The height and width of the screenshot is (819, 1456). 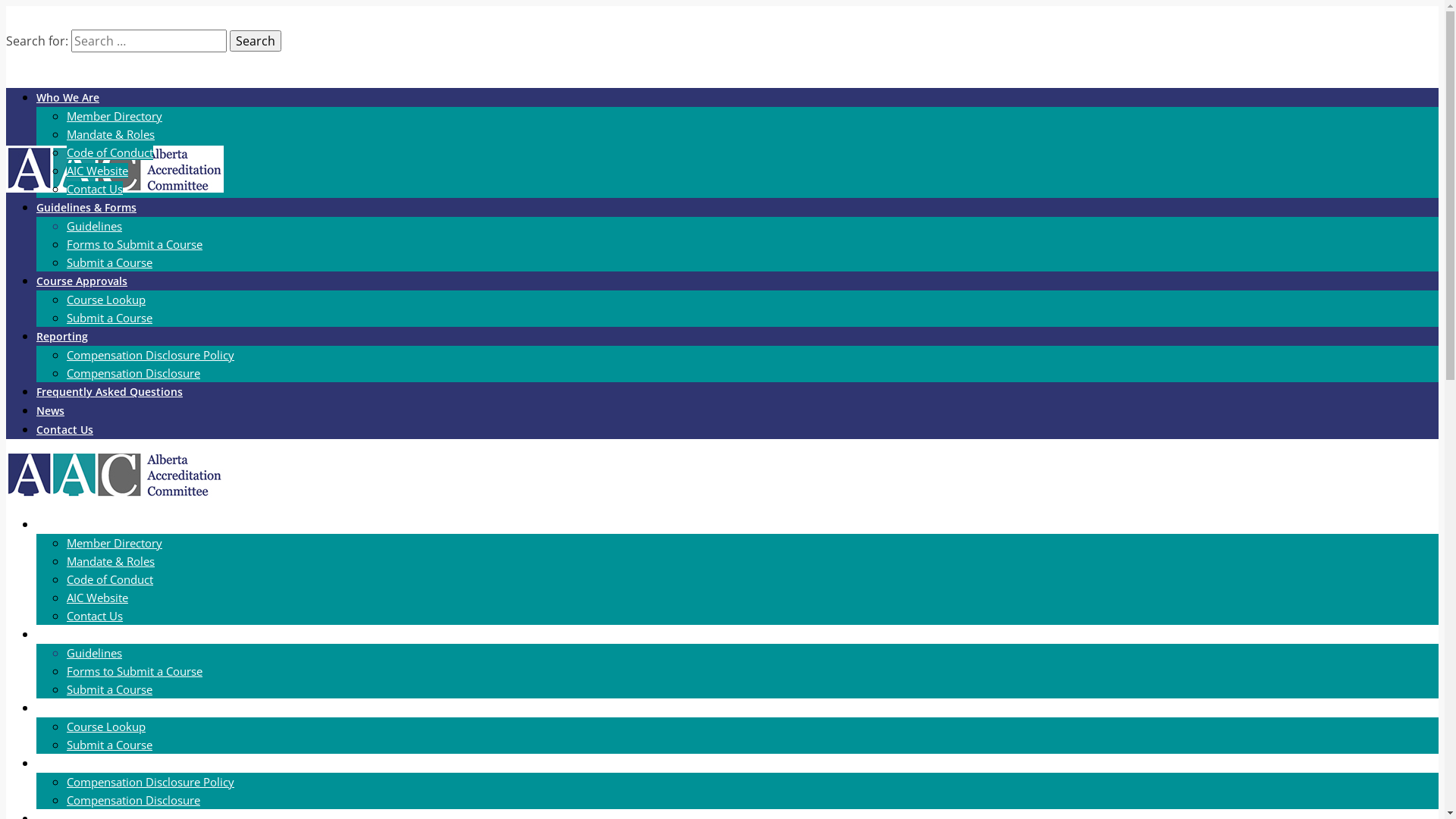 What do you see at coordinates (108, 391) in the screenshot?
I see `'Frequently Asked Questions'` at bounding box center [108, 391].